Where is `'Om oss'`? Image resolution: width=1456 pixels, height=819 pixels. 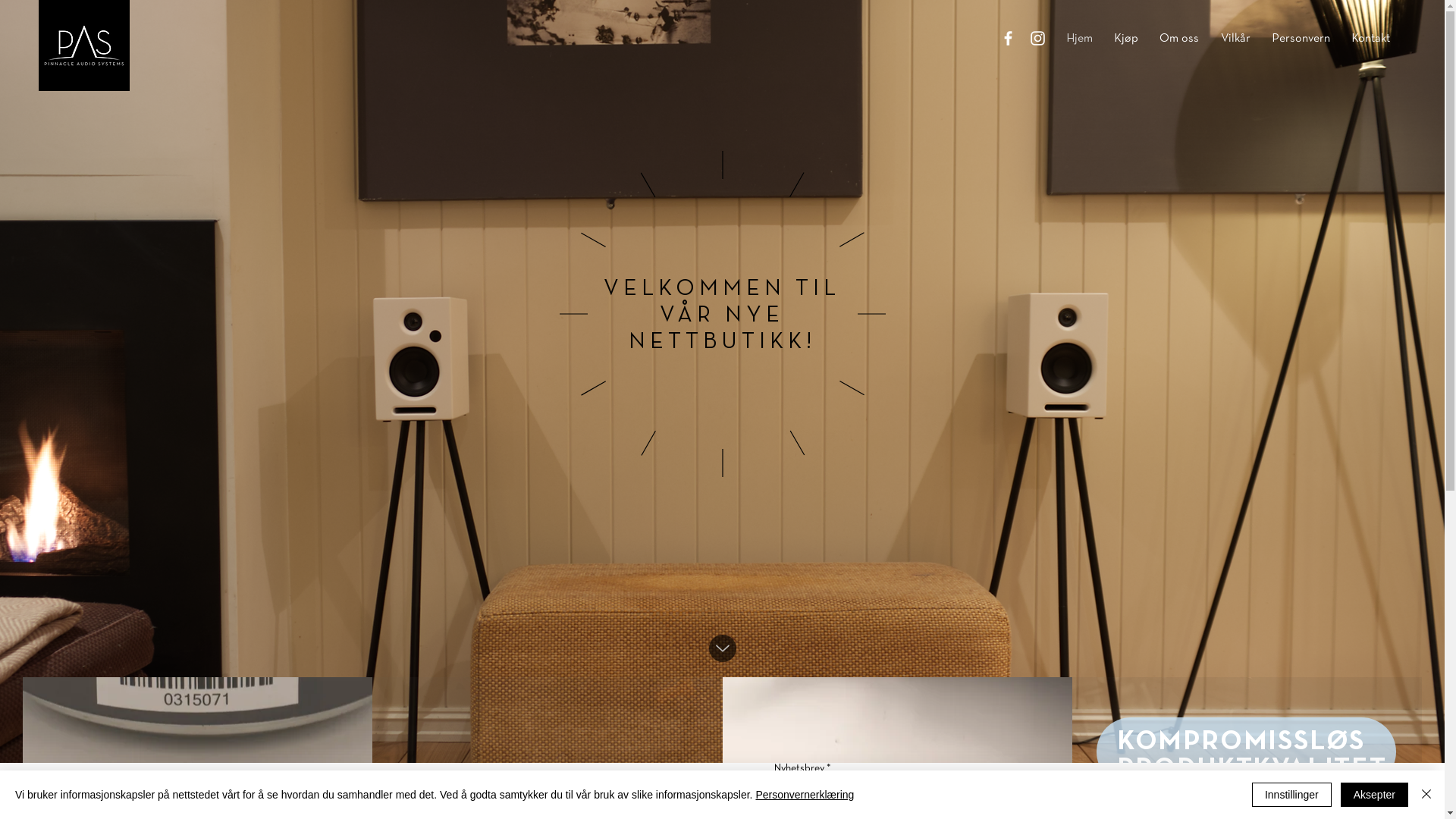
'Om oss' is located at coordinates (1178, 37).